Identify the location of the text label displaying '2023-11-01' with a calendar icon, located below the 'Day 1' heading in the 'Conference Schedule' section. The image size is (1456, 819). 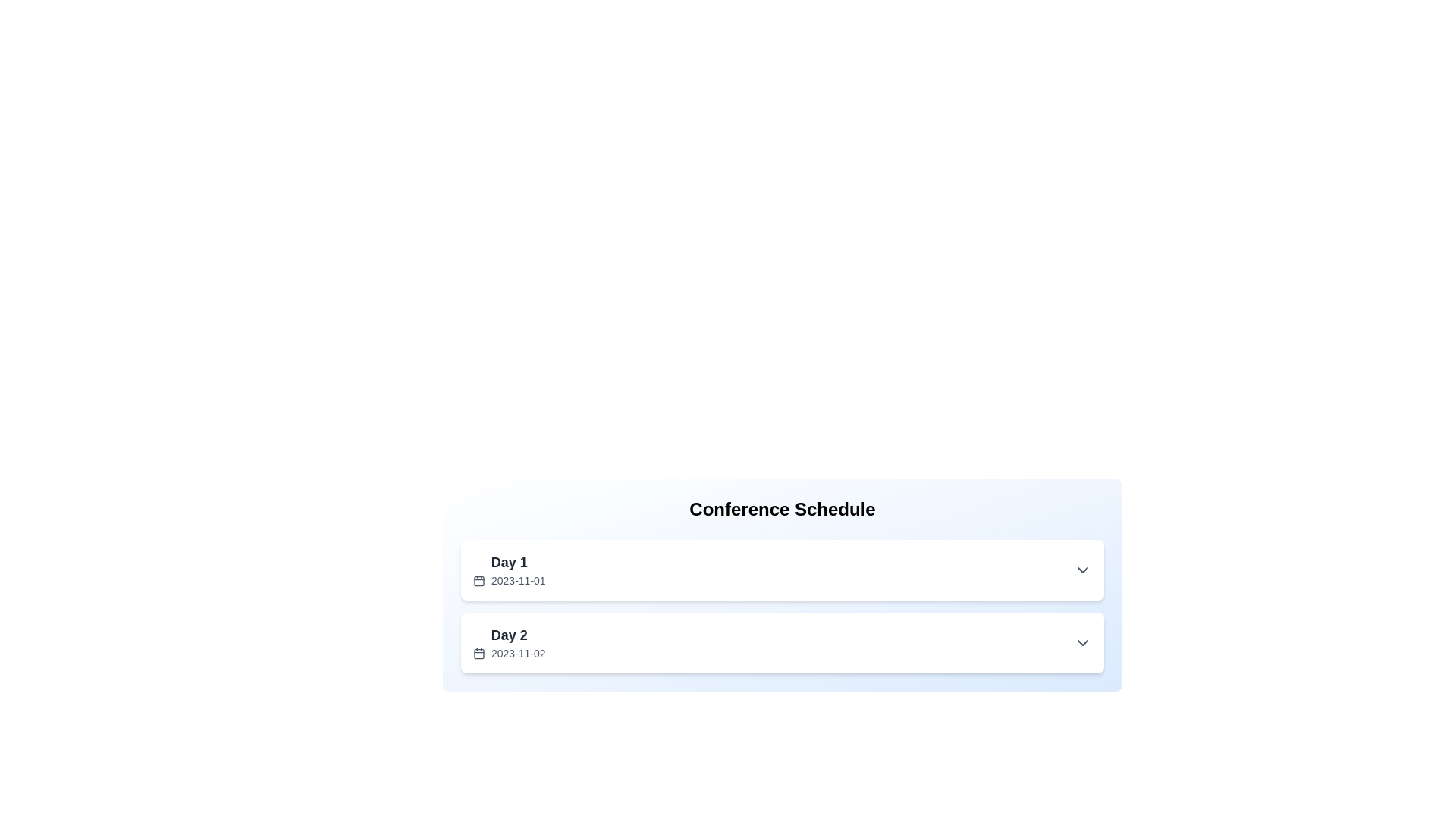
(509, 580).